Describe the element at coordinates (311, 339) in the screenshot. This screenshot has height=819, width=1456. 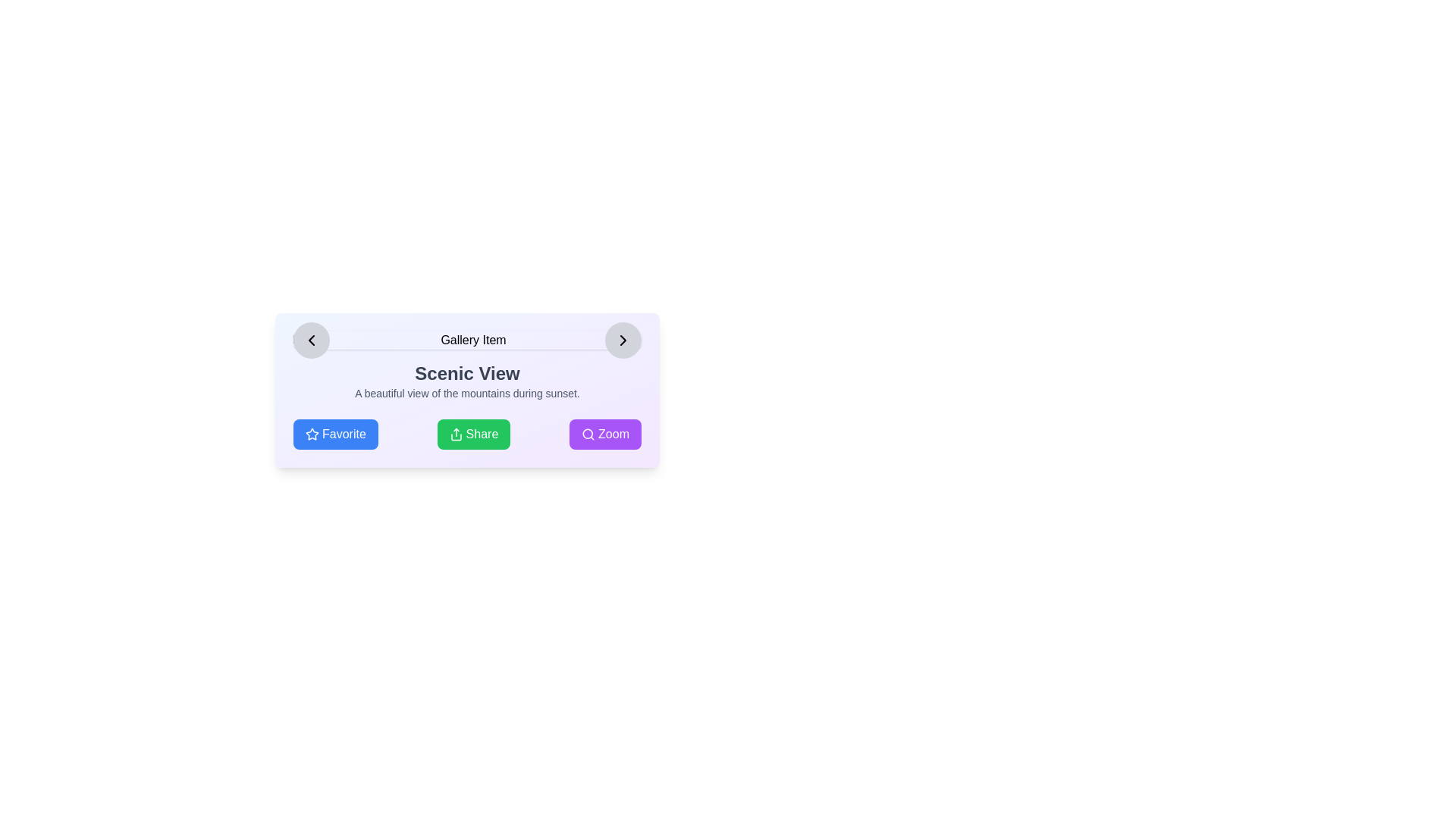
I see `the leftward pointing chevron icon located in the navigation header next to the 'Gallery Item' label` at that location.